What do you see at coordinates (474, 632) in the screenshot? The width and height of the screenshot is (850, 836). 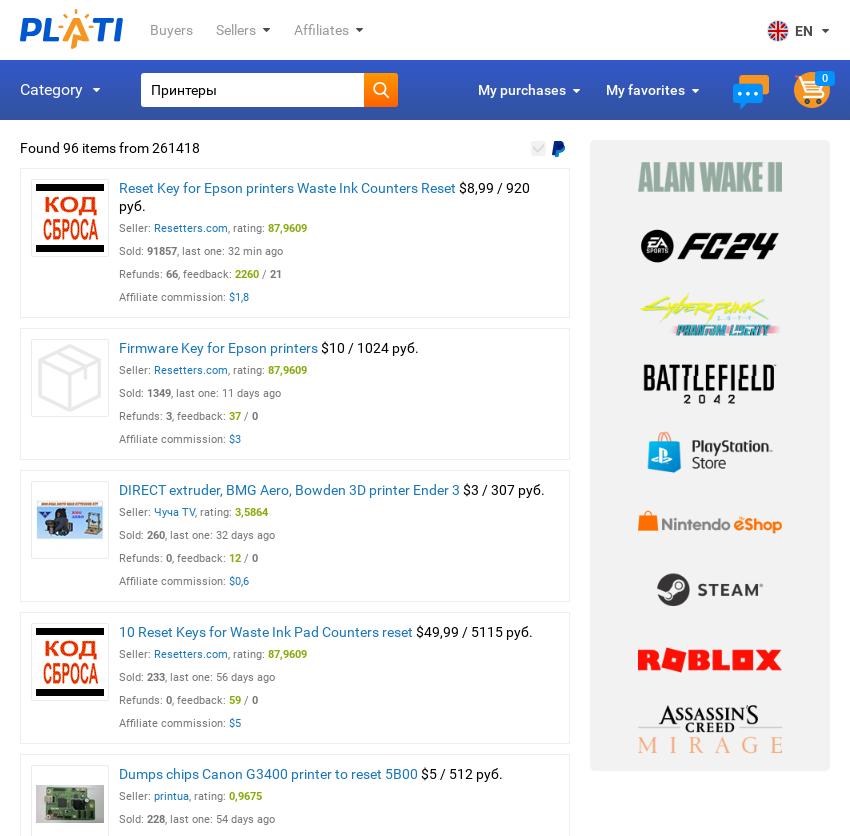 I see `'$49,99 / 5115 руб.'` at bounding box center [474, 632].